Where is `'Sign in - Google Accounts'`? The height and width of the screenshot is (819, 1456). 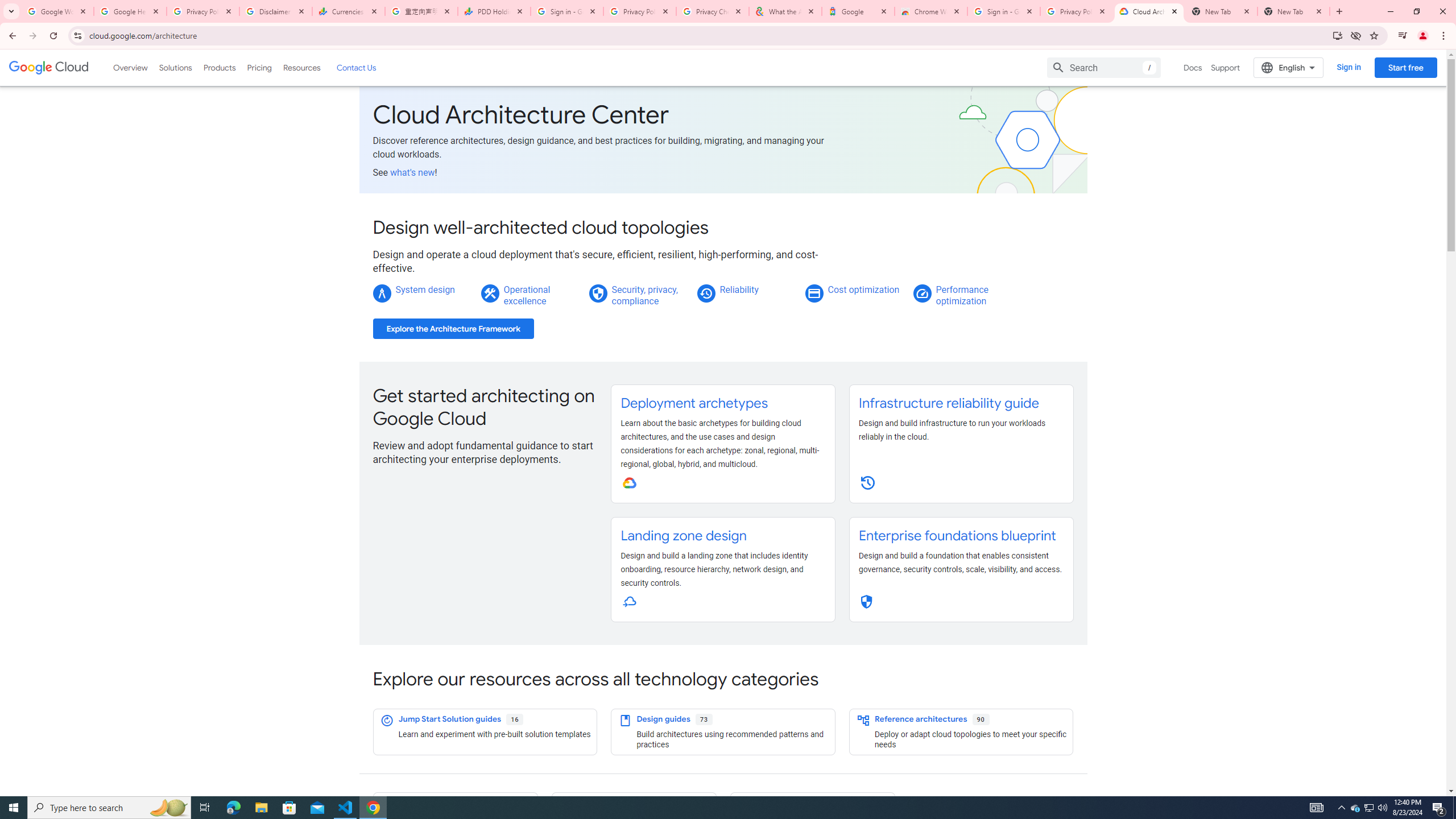 'Sign in - Google Accounts' is located at coordinates (1004, 11).